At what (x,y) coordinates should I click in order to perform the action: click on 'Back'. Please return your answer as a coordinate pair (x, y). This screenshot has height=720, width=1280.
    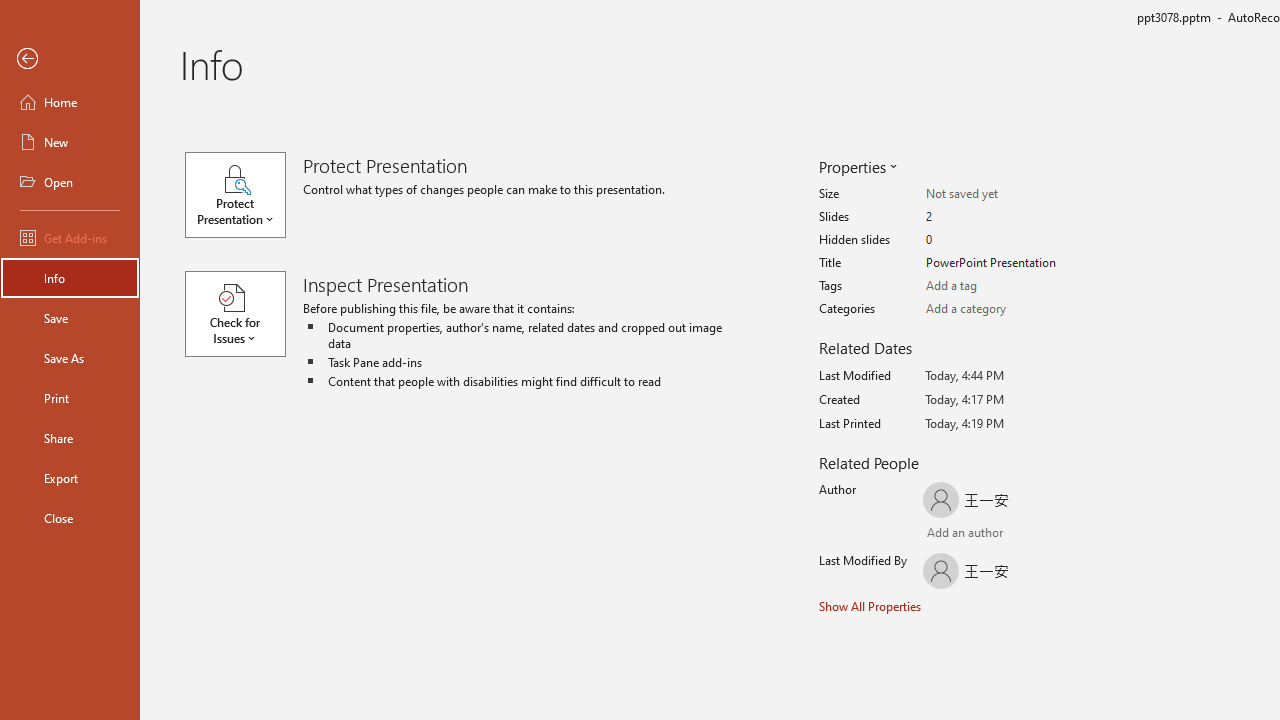
    Looking at the image, I should click on (69, 58).